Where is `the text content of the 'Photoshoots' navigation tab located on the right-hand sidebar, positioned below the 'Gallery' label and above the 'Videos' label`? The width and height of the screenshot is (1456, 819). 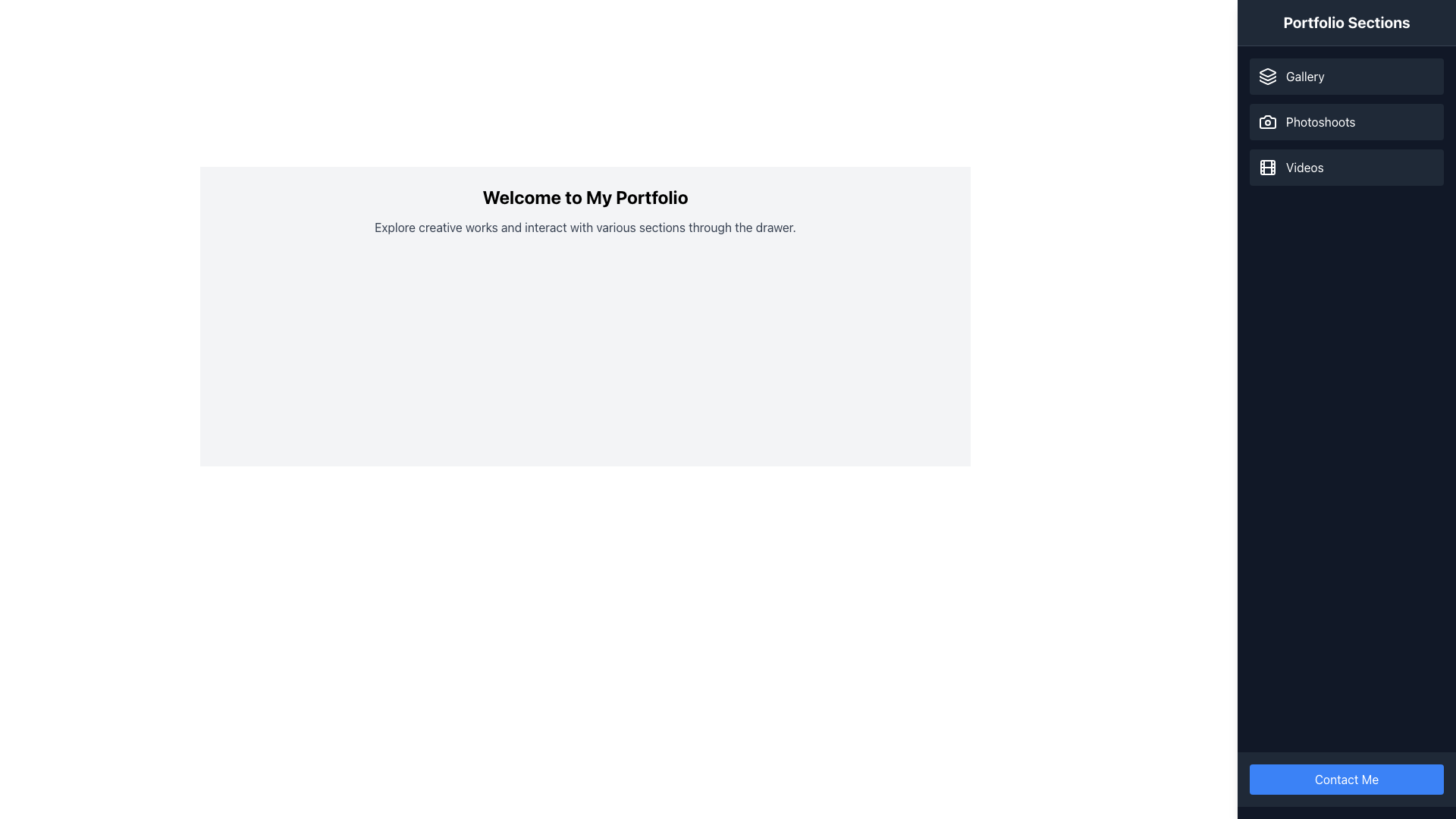
the text content of the 'Photoshoots' navigation tab located on the right-hand sidebar, positioned below the 'Gallery' label and above the 'Videos' label is located at coordinates (1319, 121).